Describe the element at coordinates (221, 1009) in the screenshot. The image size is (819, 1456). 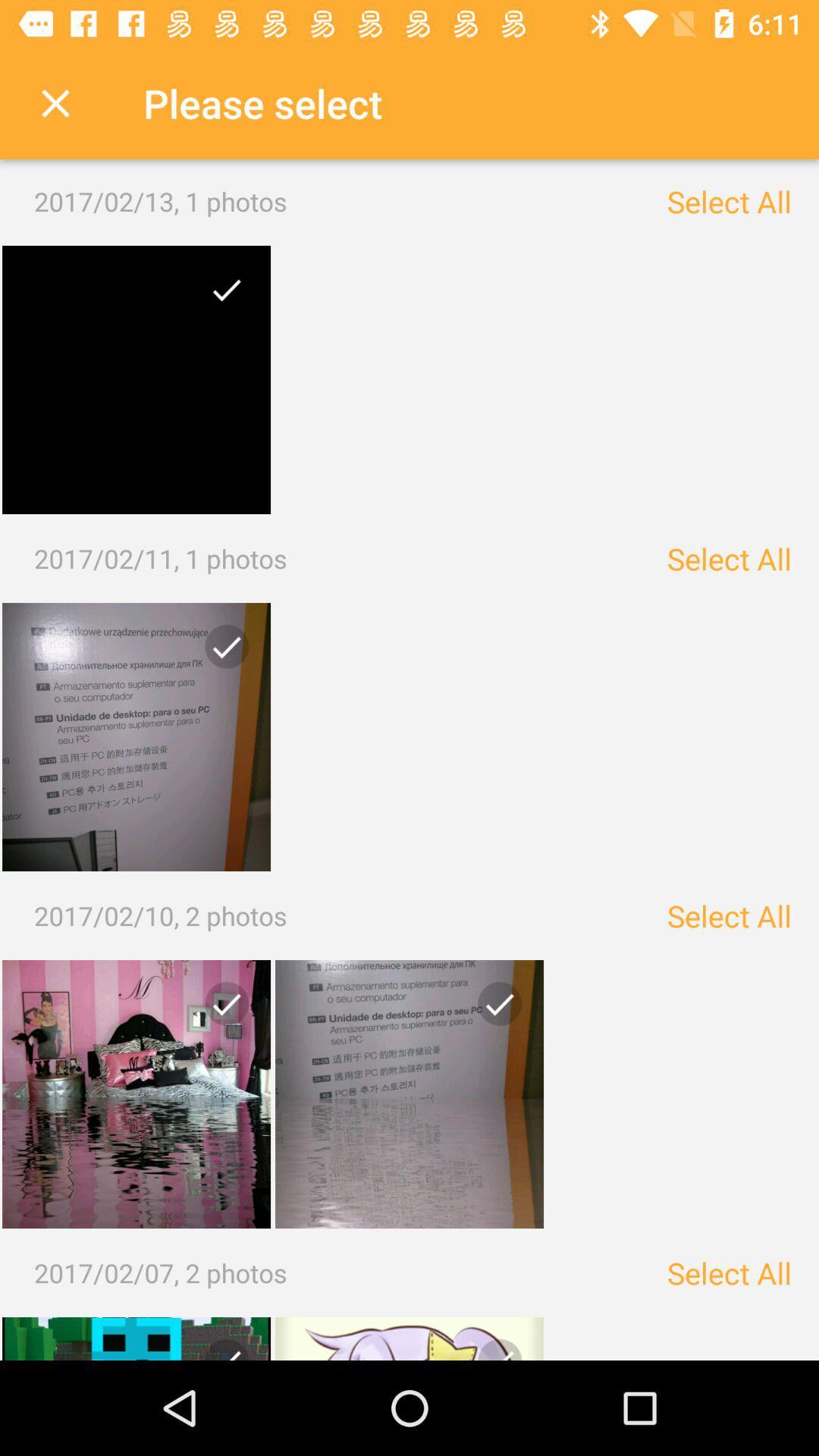
I see `selection` at that location.